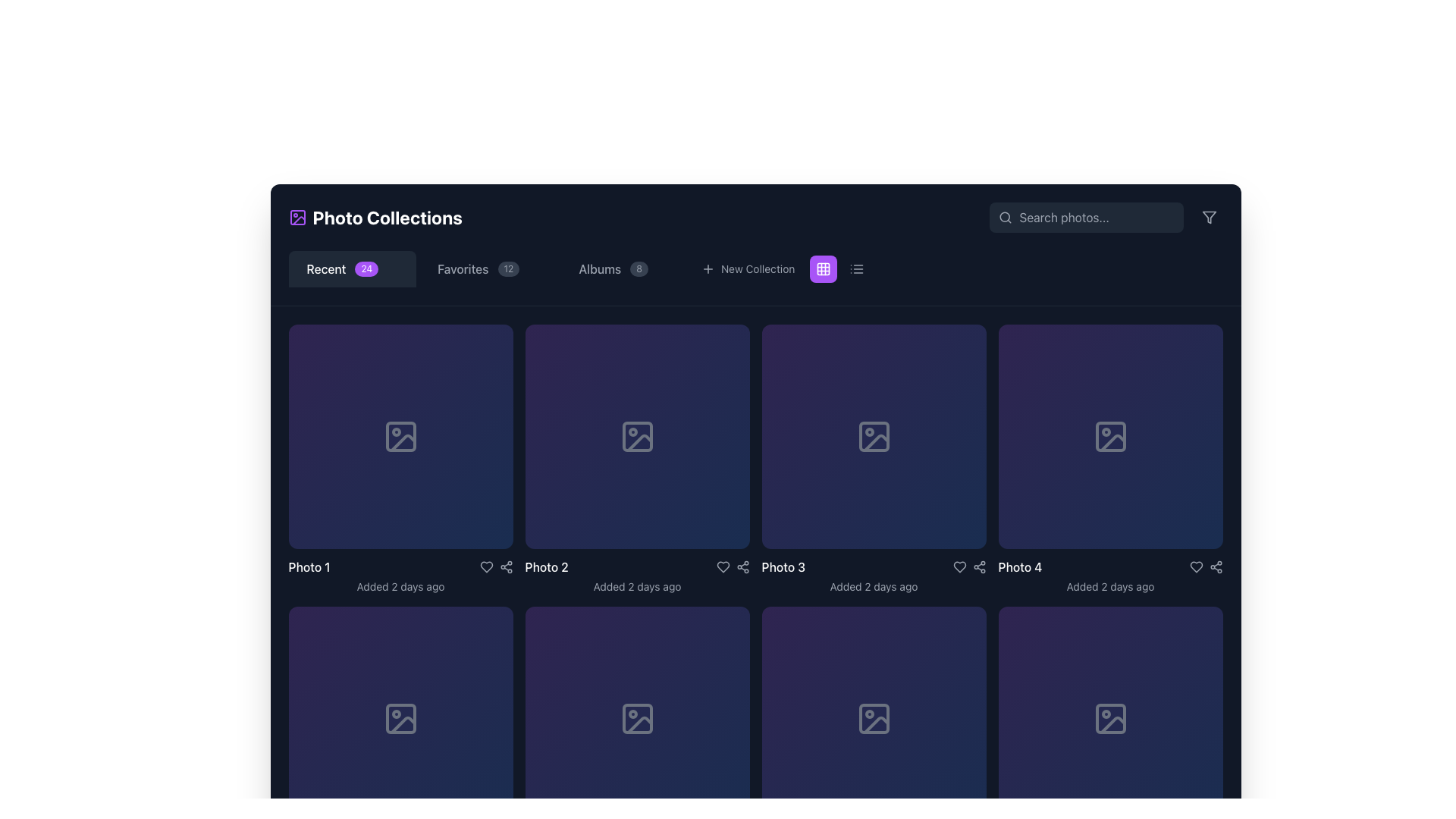 The height and width of the screenshot is (819, 1456). I want to click on the Text label that describes the image titled 'Photo 2', which indicates it was 'Added 2 days ago', located in the bottom part of the central tile in the second row of the photo gallery grid, so click(637, 576).